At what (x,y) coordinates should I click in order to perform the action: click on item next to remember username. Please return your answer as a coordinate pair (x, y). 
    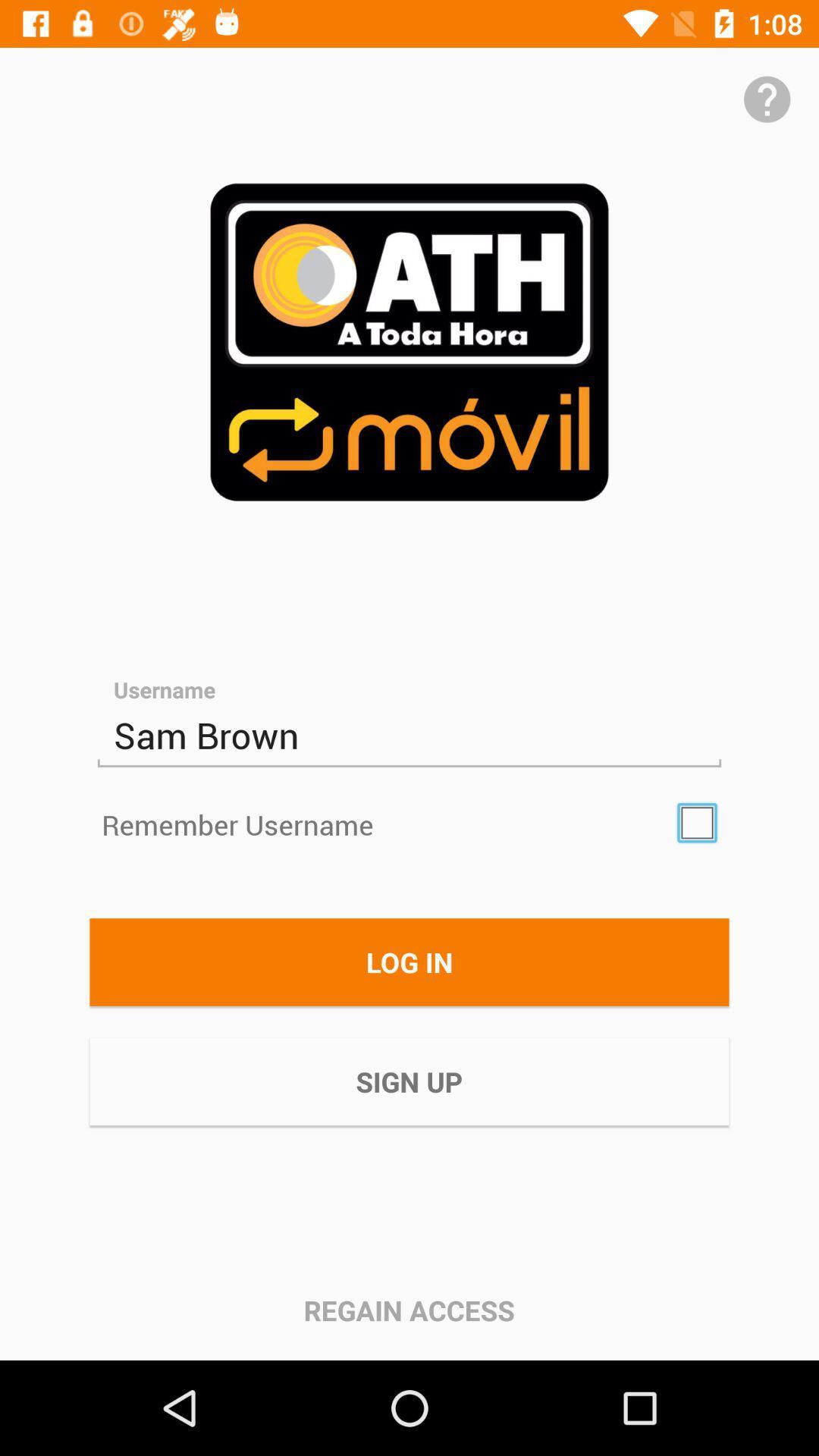
    Looking at the image, I should click on (697, 822).